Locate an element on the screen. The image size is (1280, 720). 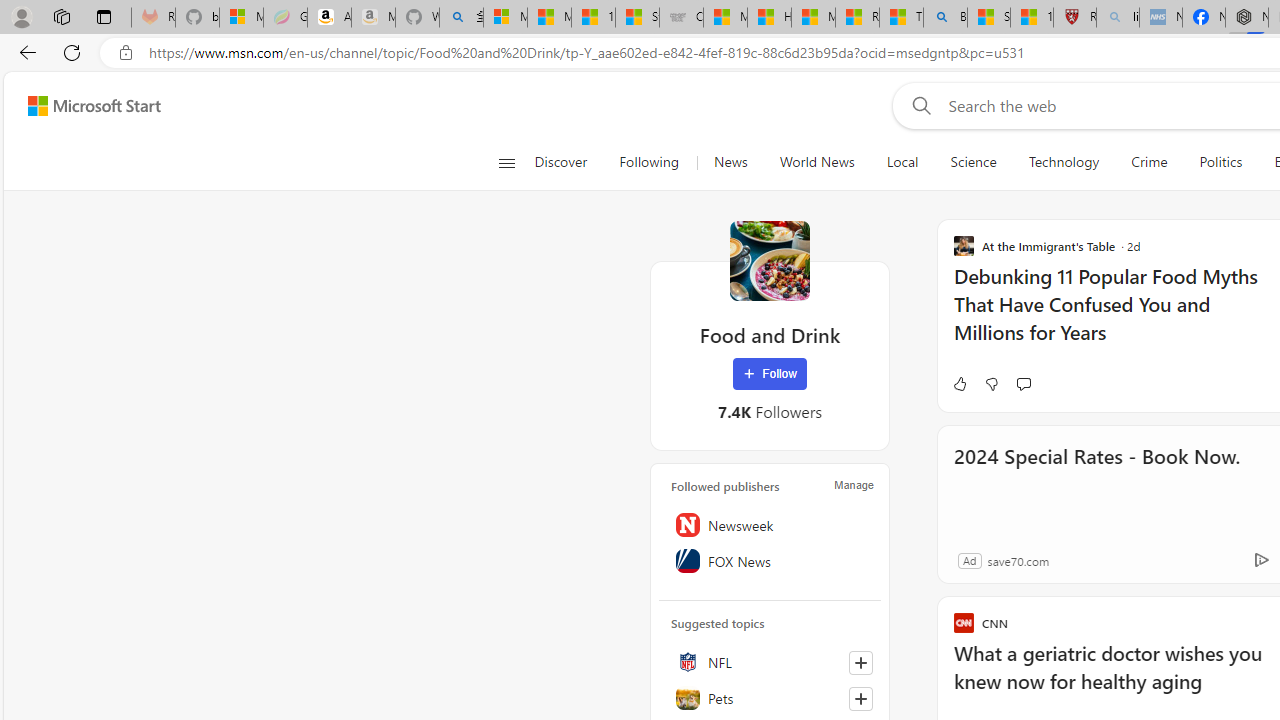
'Follow this topic' is located at coordinates (860, 698).